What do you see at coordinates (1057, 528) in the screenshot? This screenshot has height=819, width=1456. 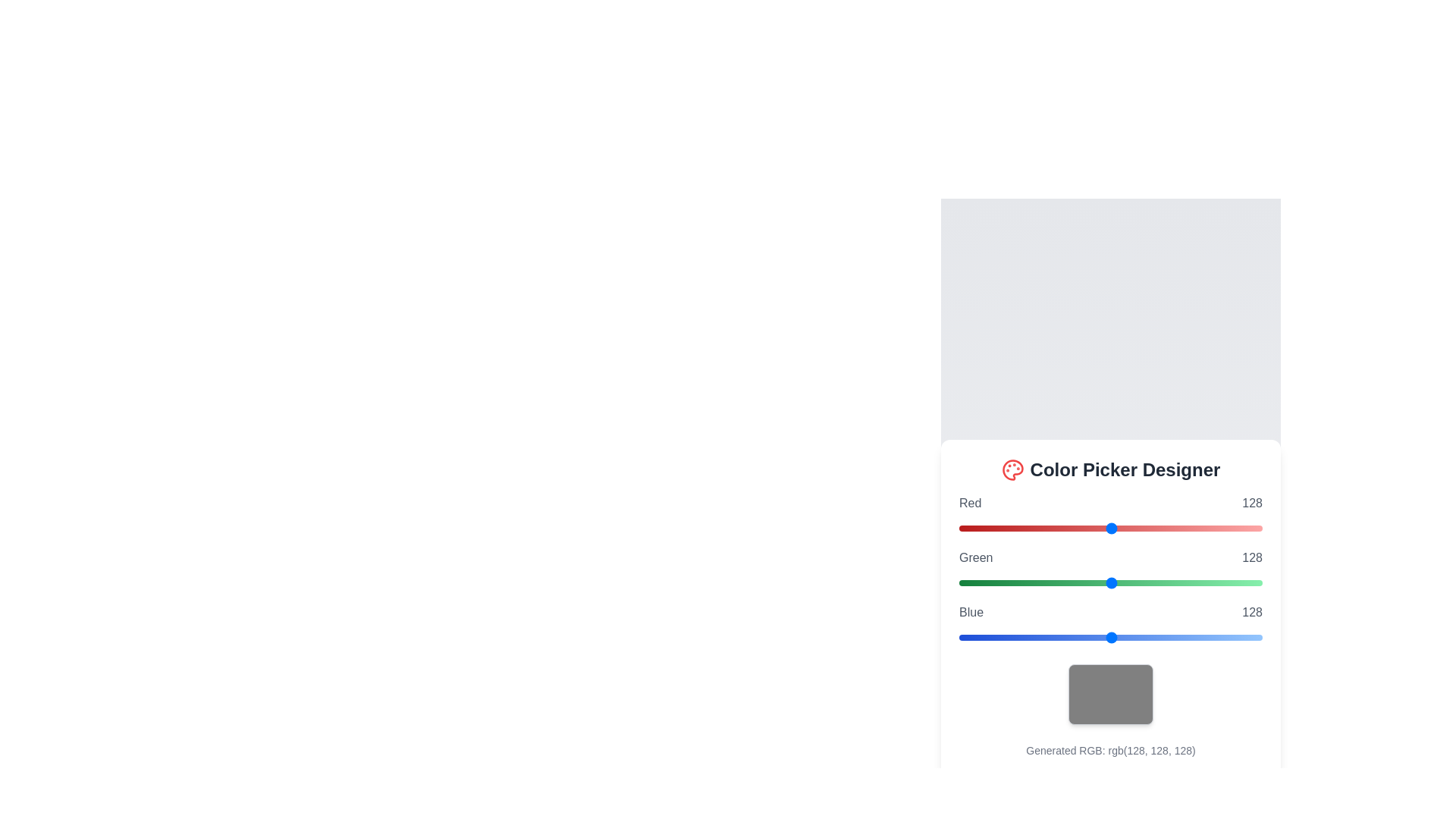 I see `the red color slider to set the value to 83` at bounding box center [1057, 528].